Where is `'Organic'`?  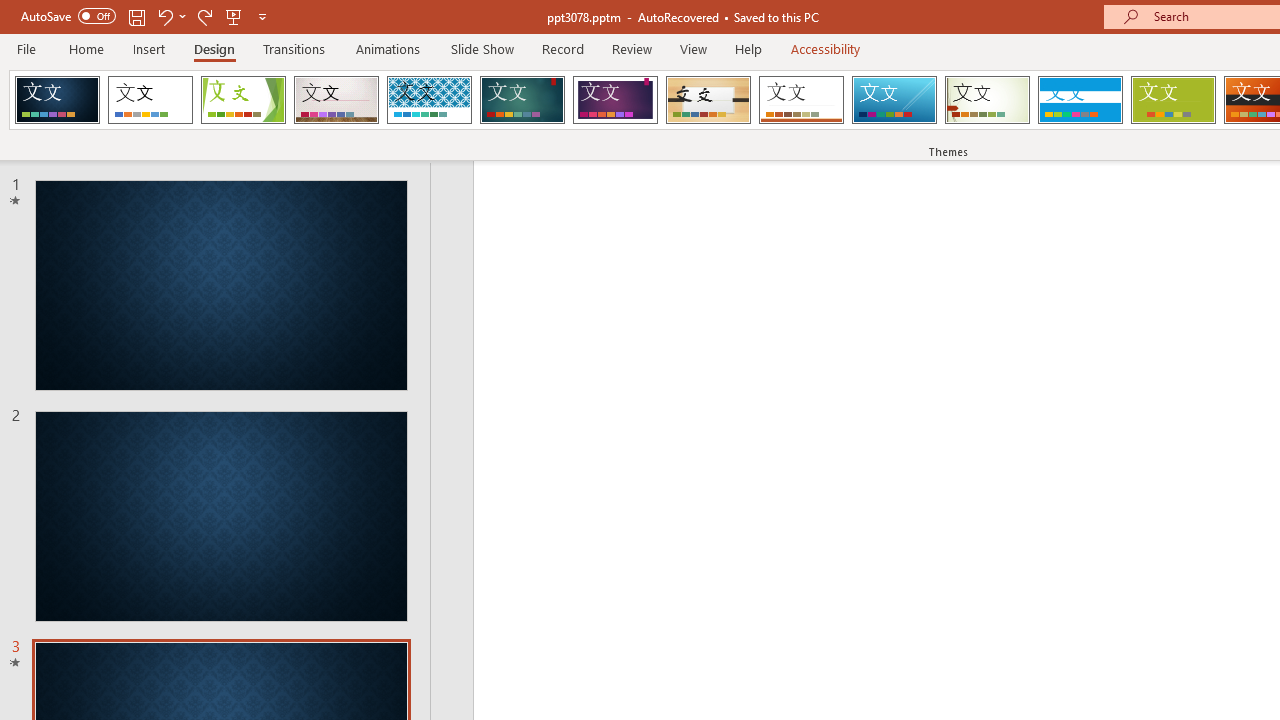
'Organic' is located at coordinates (708, 100).